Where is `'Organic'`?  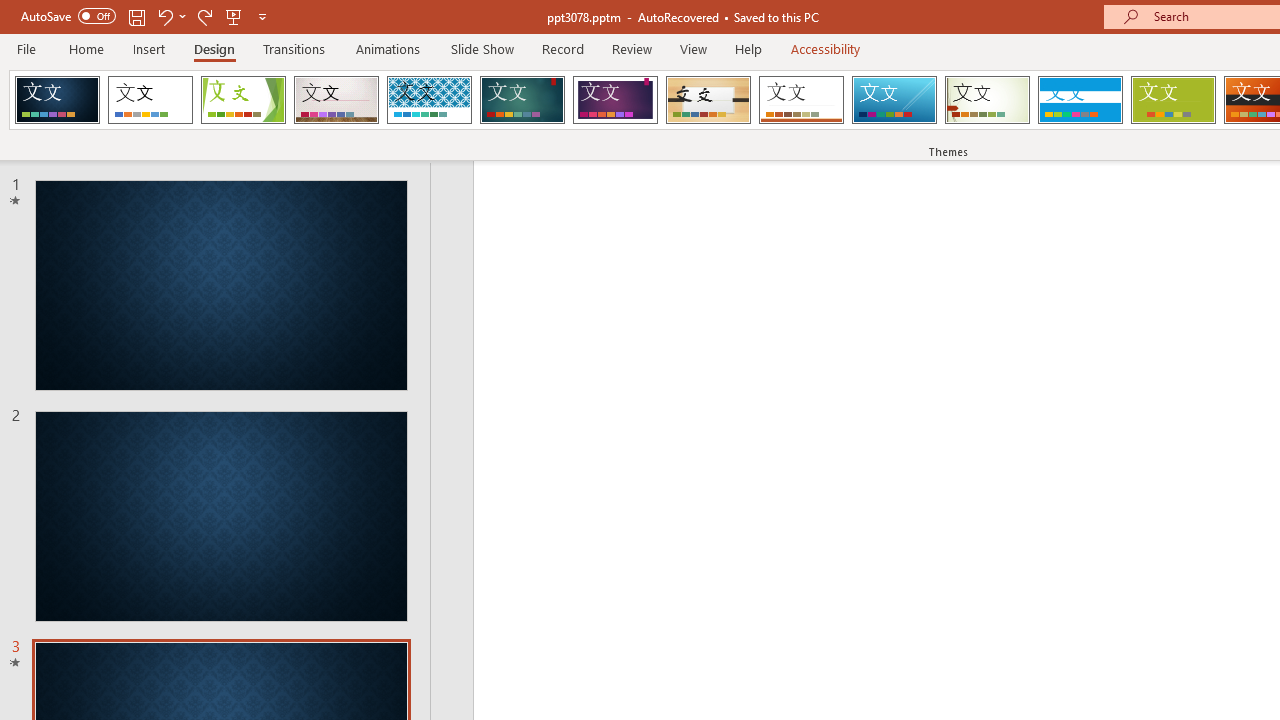
'Organic' is located at coordinates (708, 100).